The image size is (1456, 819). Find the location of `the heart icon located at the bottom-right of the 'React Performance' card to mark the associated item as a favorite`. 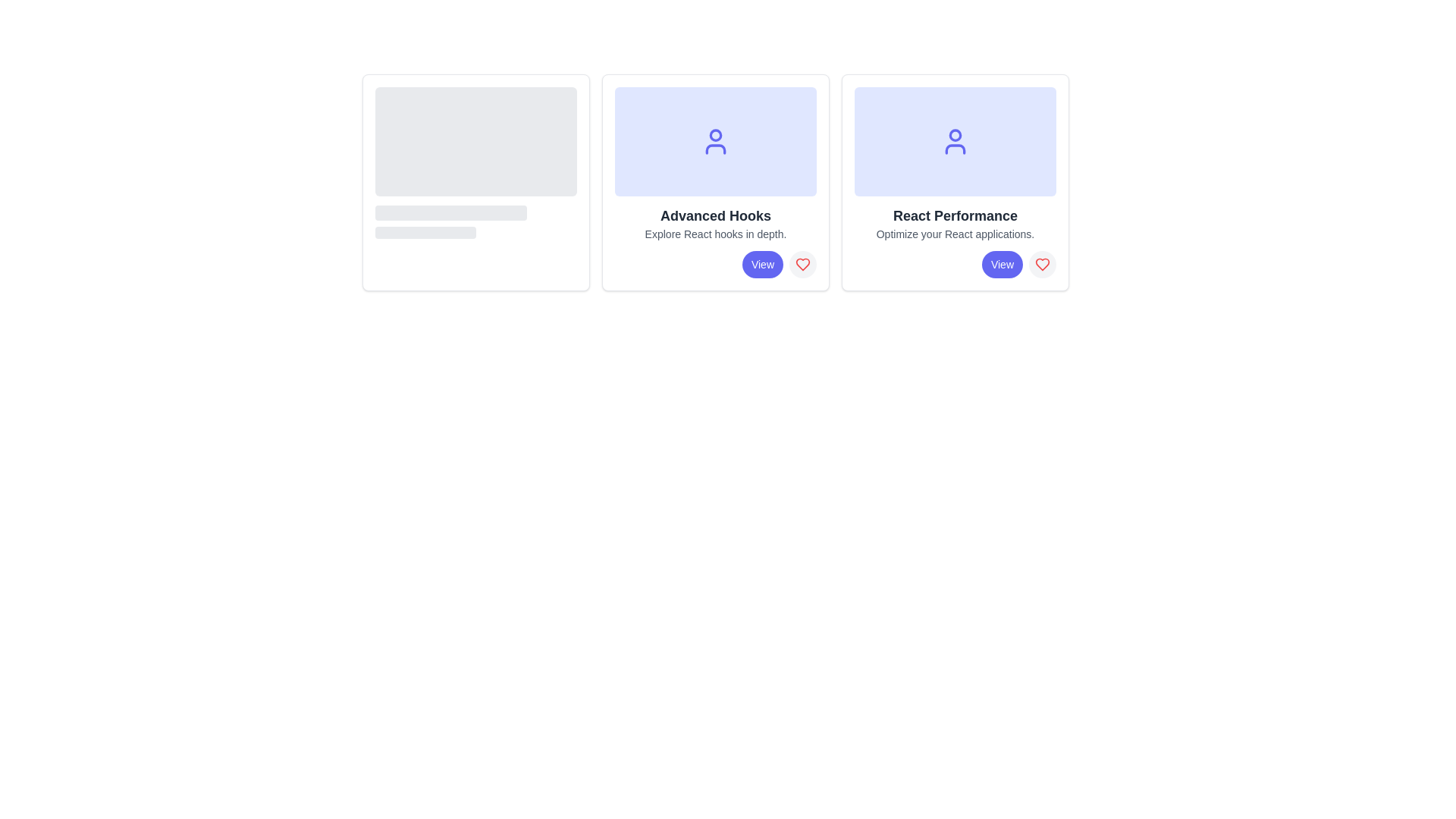

the heart icon located at the bottom-right of the 'React Performance' card to mark the associated item as a favorite is located at coordinates (1041, 263).